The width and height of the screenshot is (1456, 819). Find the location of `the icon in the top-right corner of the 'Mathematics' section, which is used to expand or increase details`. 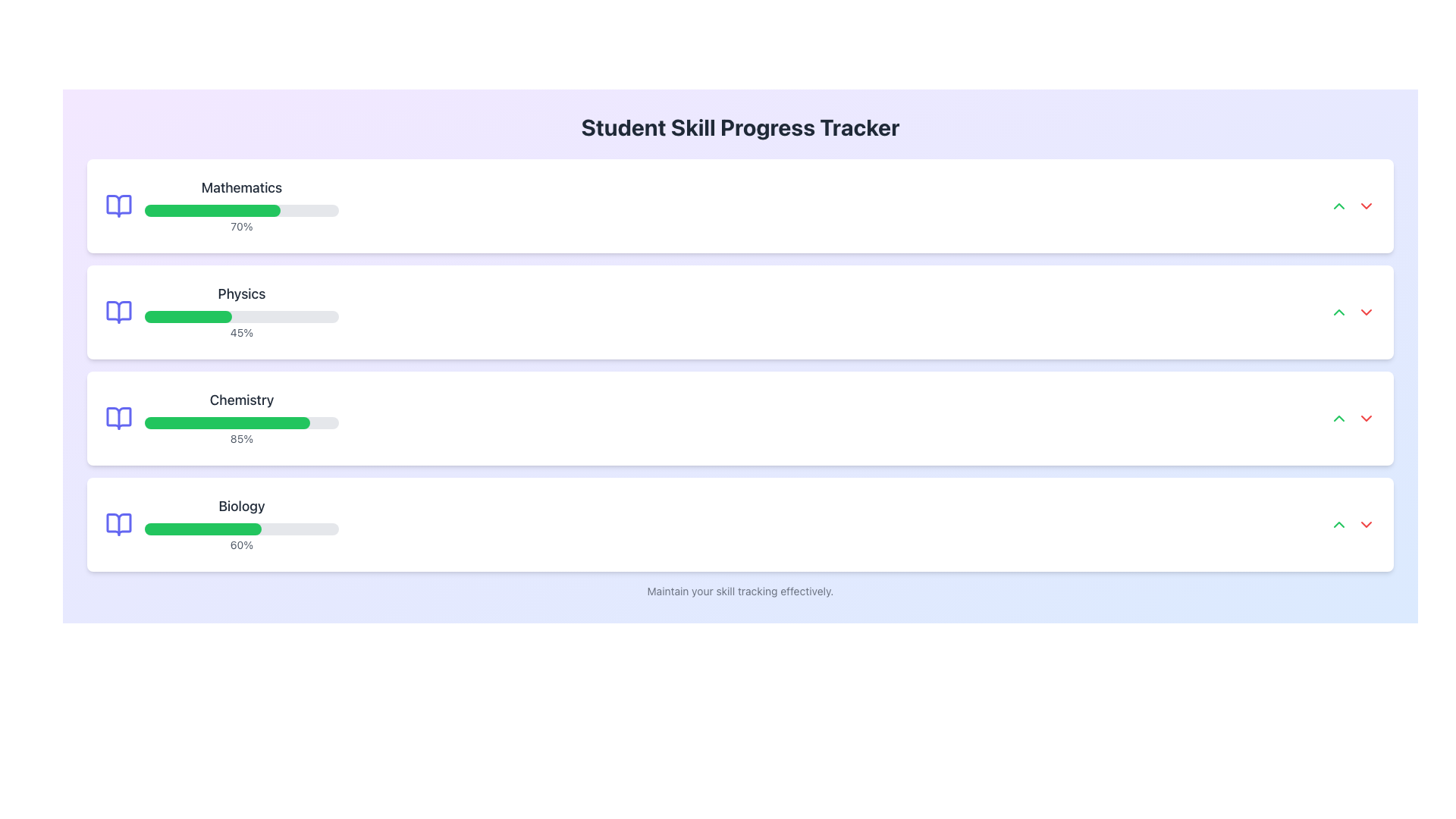

the icon in the top-right corner of the 'Mathematics' section, which is used to expand or increase details is located at coordinates (1339, 206).